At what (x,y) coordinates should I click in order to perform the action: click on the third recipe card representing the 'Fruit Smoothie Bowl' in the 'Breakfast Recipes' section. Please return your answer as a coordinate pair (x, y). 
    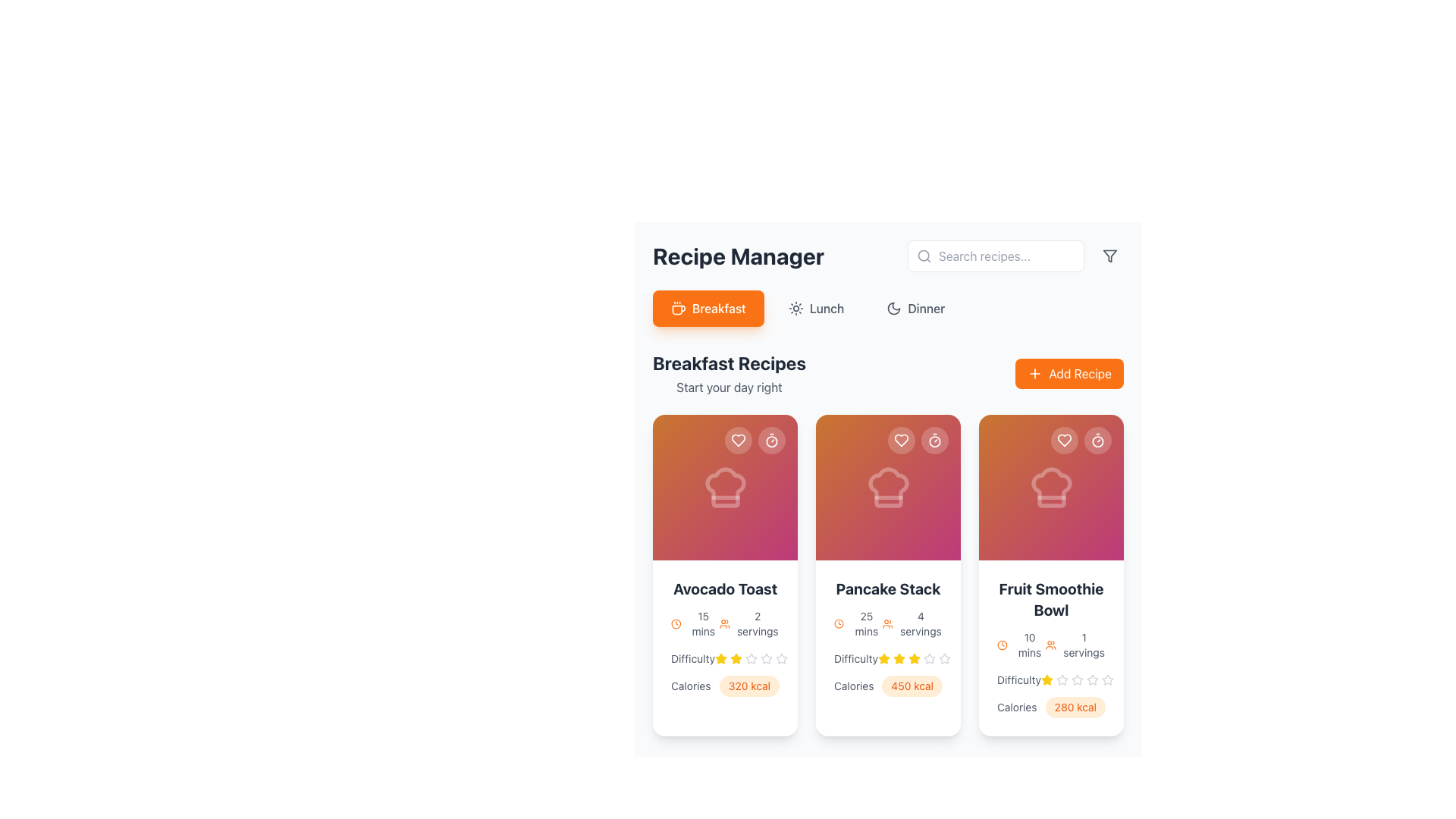
    Looking at the image, I should click on (1050, 576).